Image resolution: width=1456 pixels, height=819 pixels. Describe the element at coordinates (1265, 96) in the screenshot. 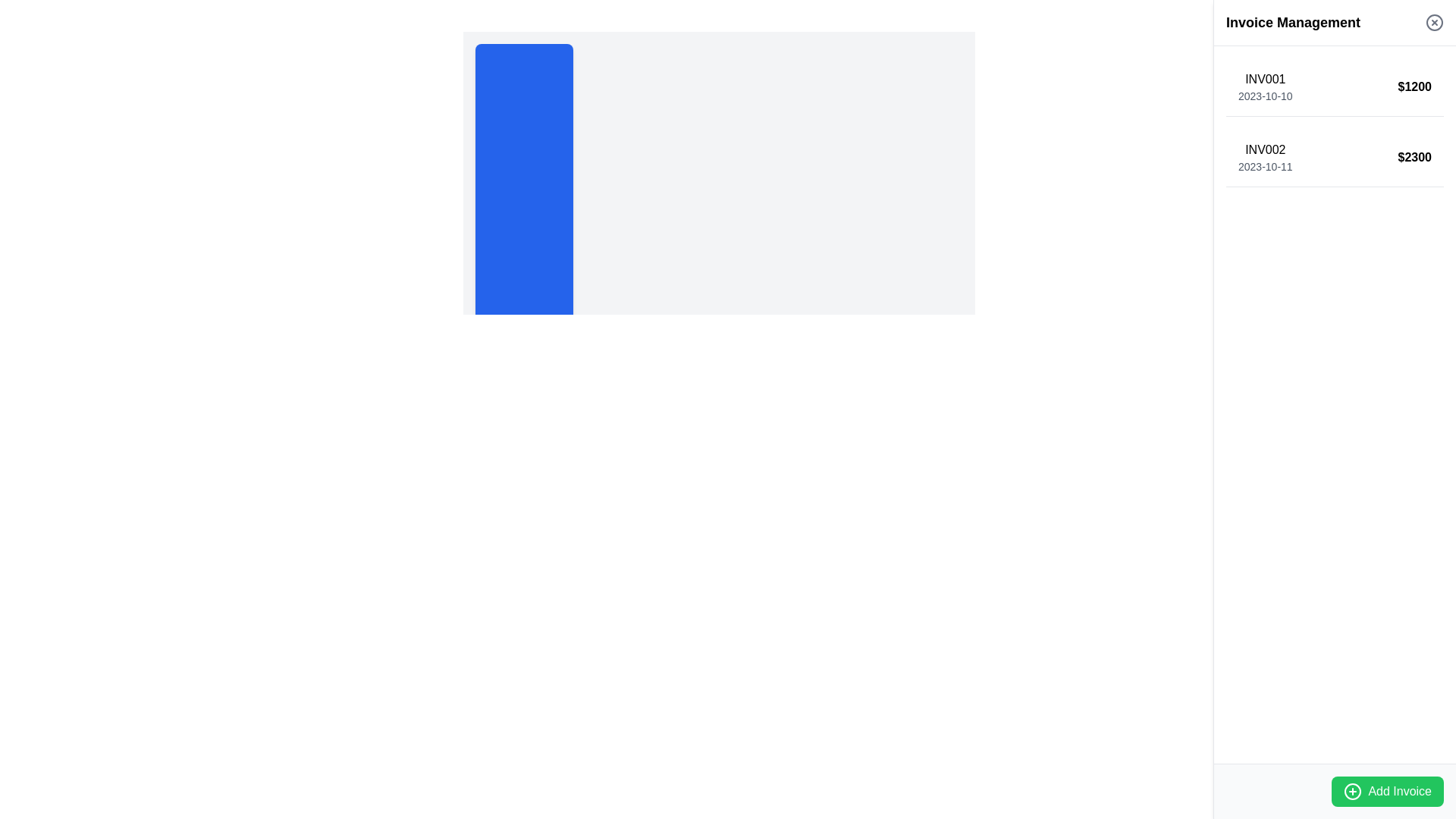

I see `the text label displaying the date '2023-10-10', which is positioned directly below the label 'INV001' in the upper-right corner of the 'Invoice Management' section` at that location.